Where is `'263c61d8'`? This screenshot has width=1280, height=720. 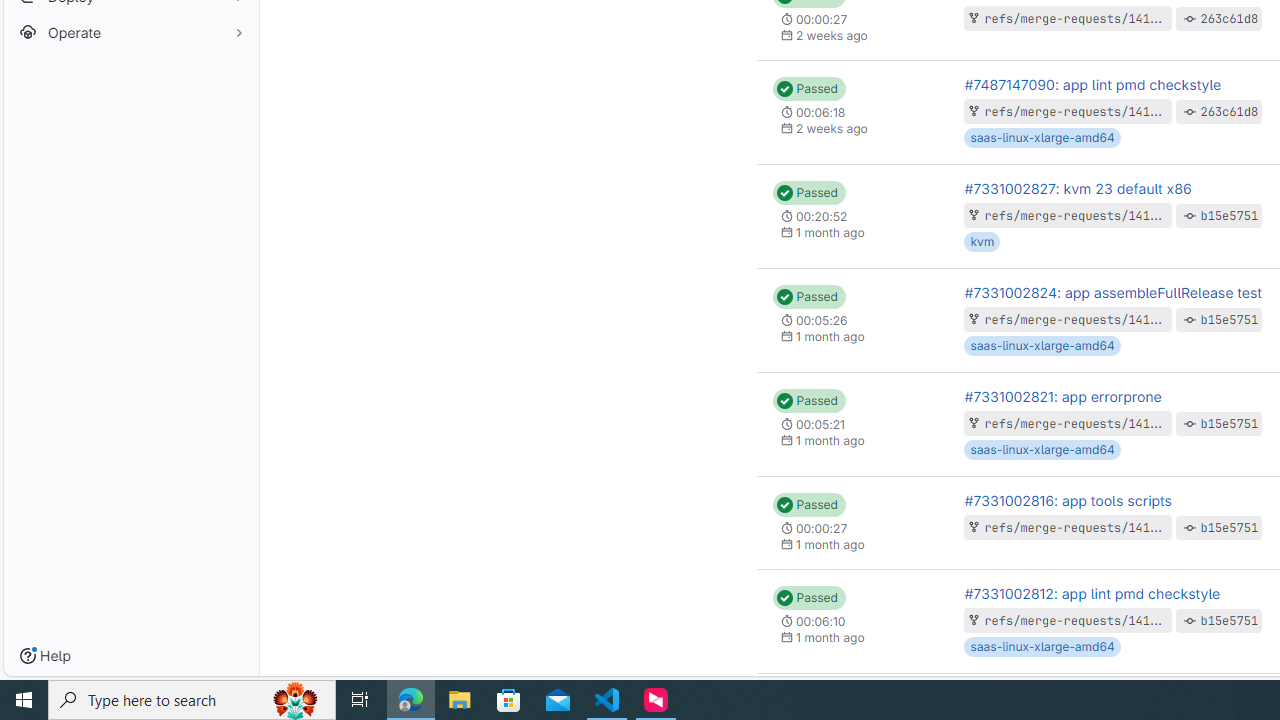 '263c61d8' is located at coordinates (1229, 111).